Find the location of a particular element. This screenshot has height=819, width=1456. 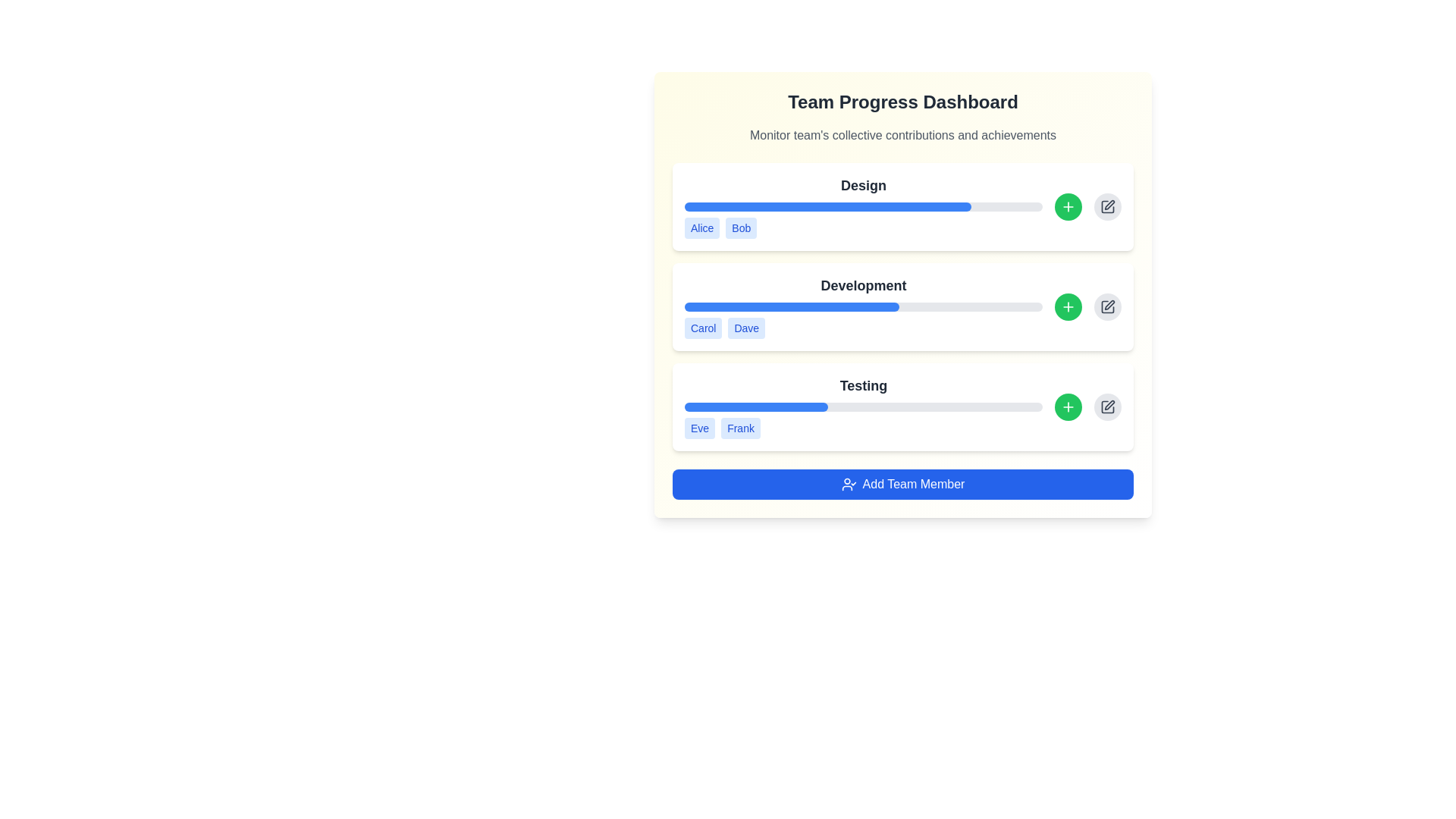

the pen icon inside the circular button at the rightmost end of the 'Testing' section in the Team Progress Dashboard to initiate editing is located at coordinates (1107, 406).